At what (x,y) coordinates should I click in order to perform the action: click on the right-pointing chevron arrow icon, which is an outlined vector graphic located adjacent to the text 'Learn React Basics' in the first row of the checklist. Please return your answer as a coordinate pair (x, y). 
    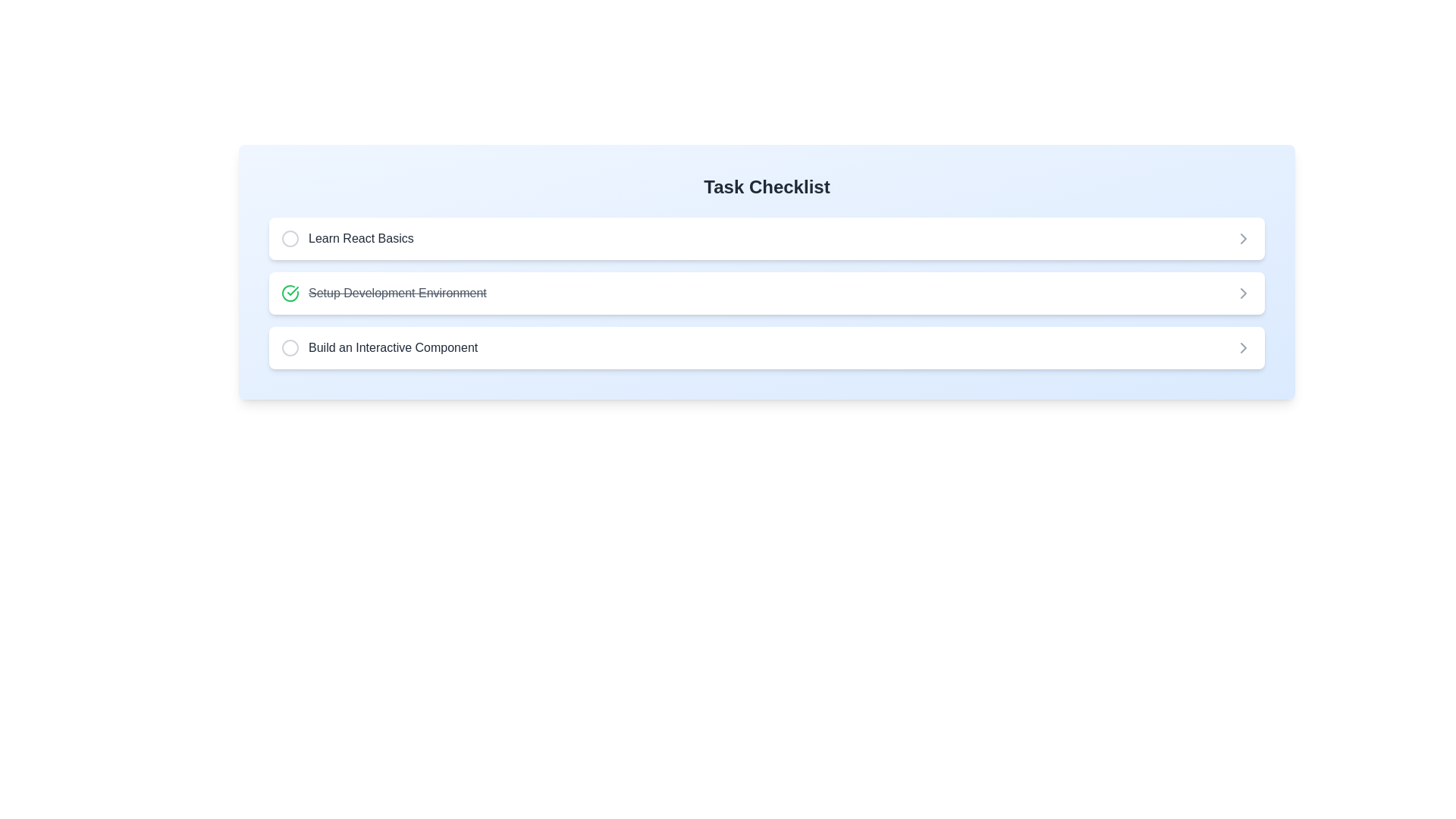
    Looking at the image, I should click on (1244, 239).